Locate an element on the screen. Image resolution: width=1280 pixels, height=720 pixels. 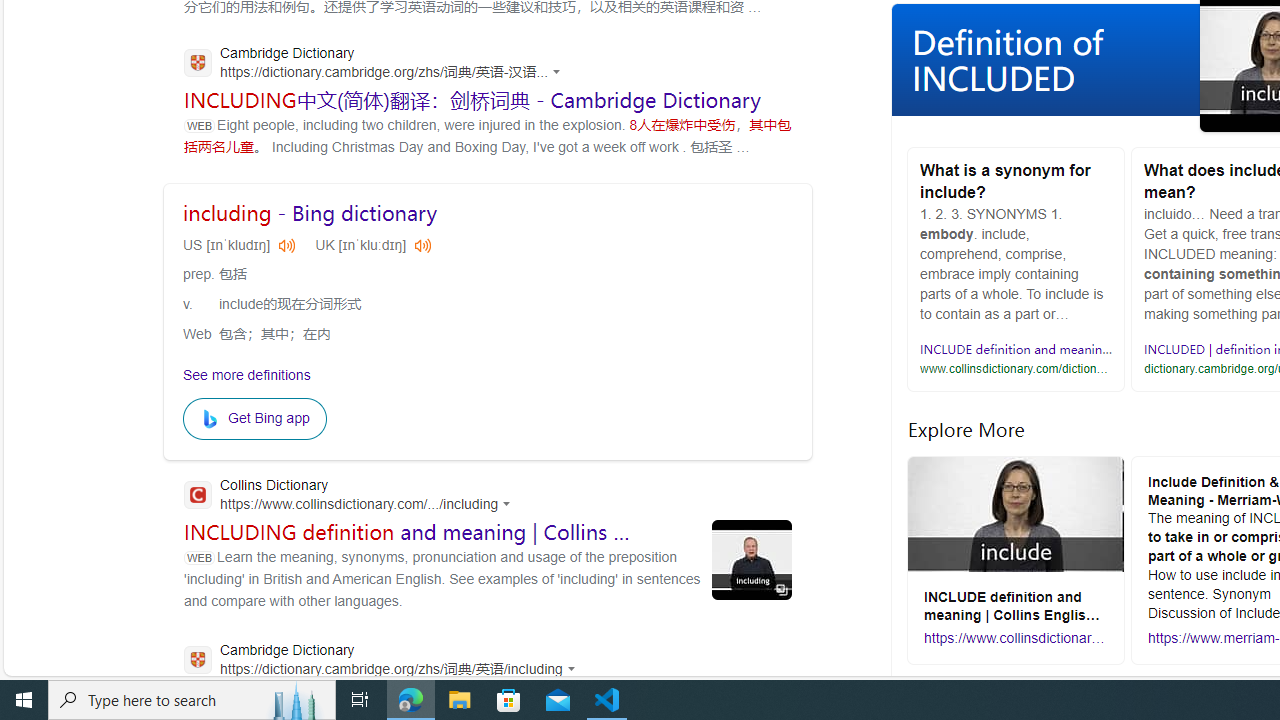
'Class: dictIcon rms_img' is located at coordinates (422, 243).